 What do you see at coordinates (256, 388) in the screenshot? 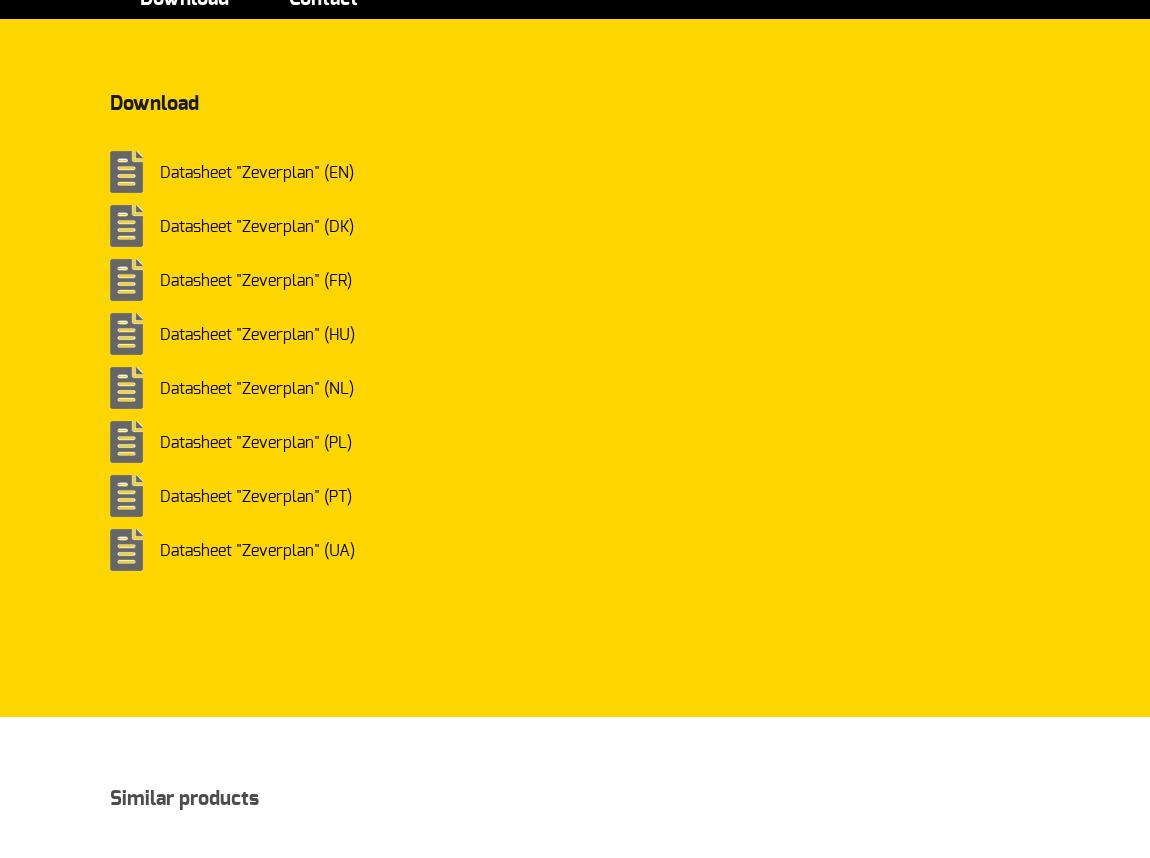
I see `'Datasheet "Zeverplan" (NL)'` at bounding box center [256, 388].